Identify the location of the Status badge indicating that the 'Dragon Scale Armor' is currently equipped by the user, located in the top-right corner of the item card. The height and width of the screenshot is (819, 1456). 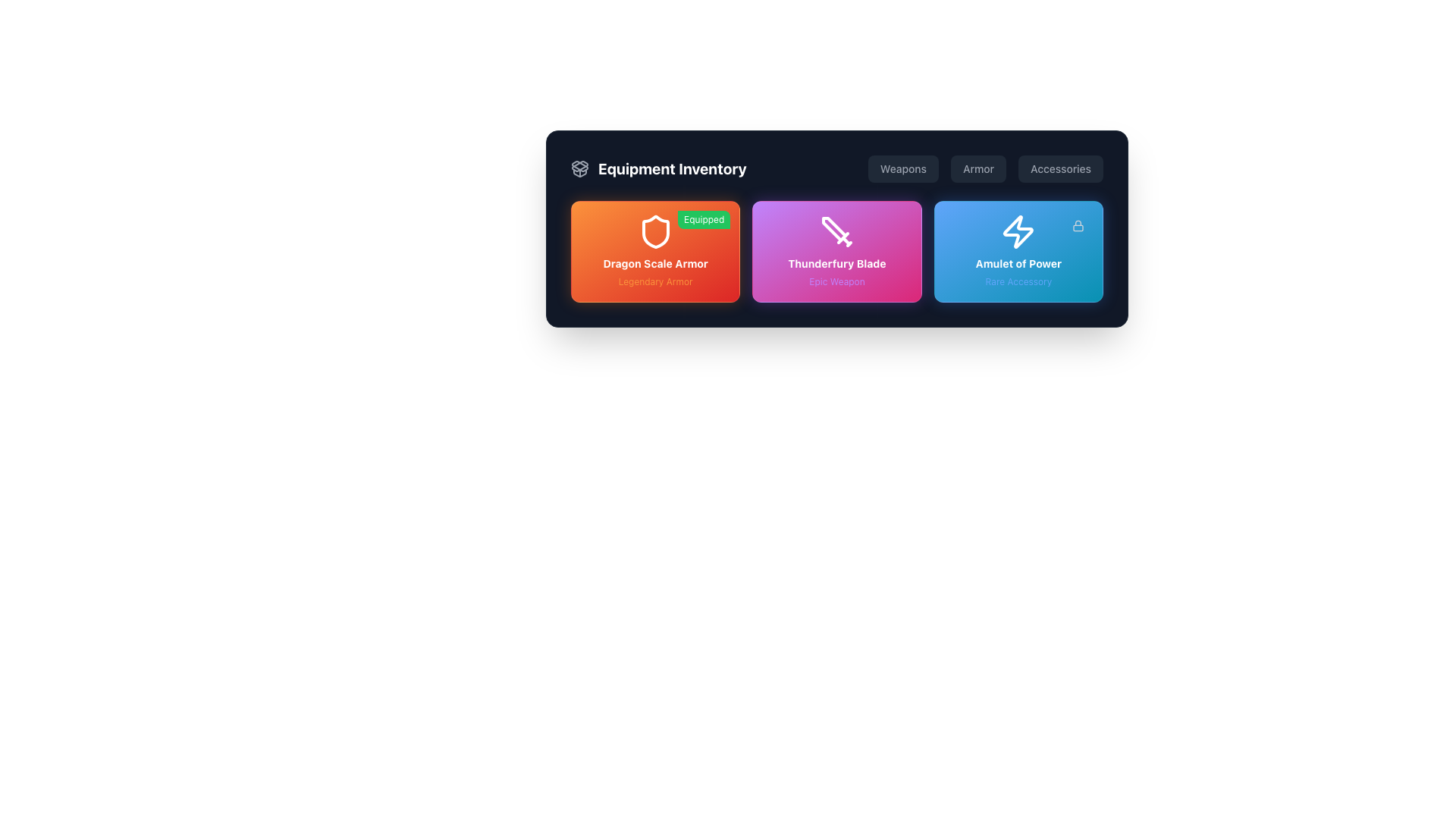
(703, 219).